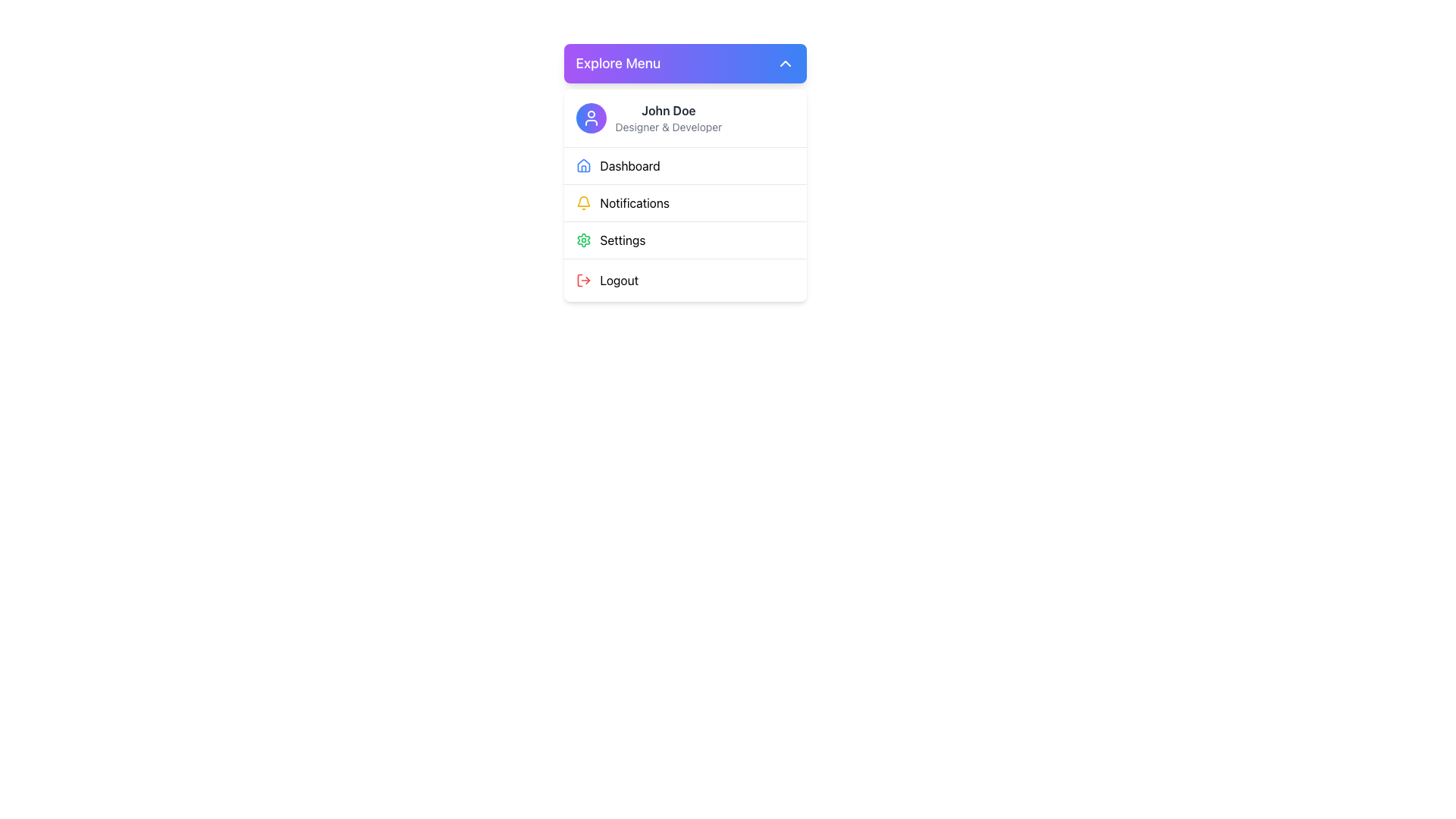 The width and height of the screenshot is (1456, 819). What do you see at coordinates (667, 127) in the screenshot?
I see `informational text label that indicates the professional designation or role associated with 'John Doe', located directly below the name in the vertical menu layout` at bounding box center [667, 127].